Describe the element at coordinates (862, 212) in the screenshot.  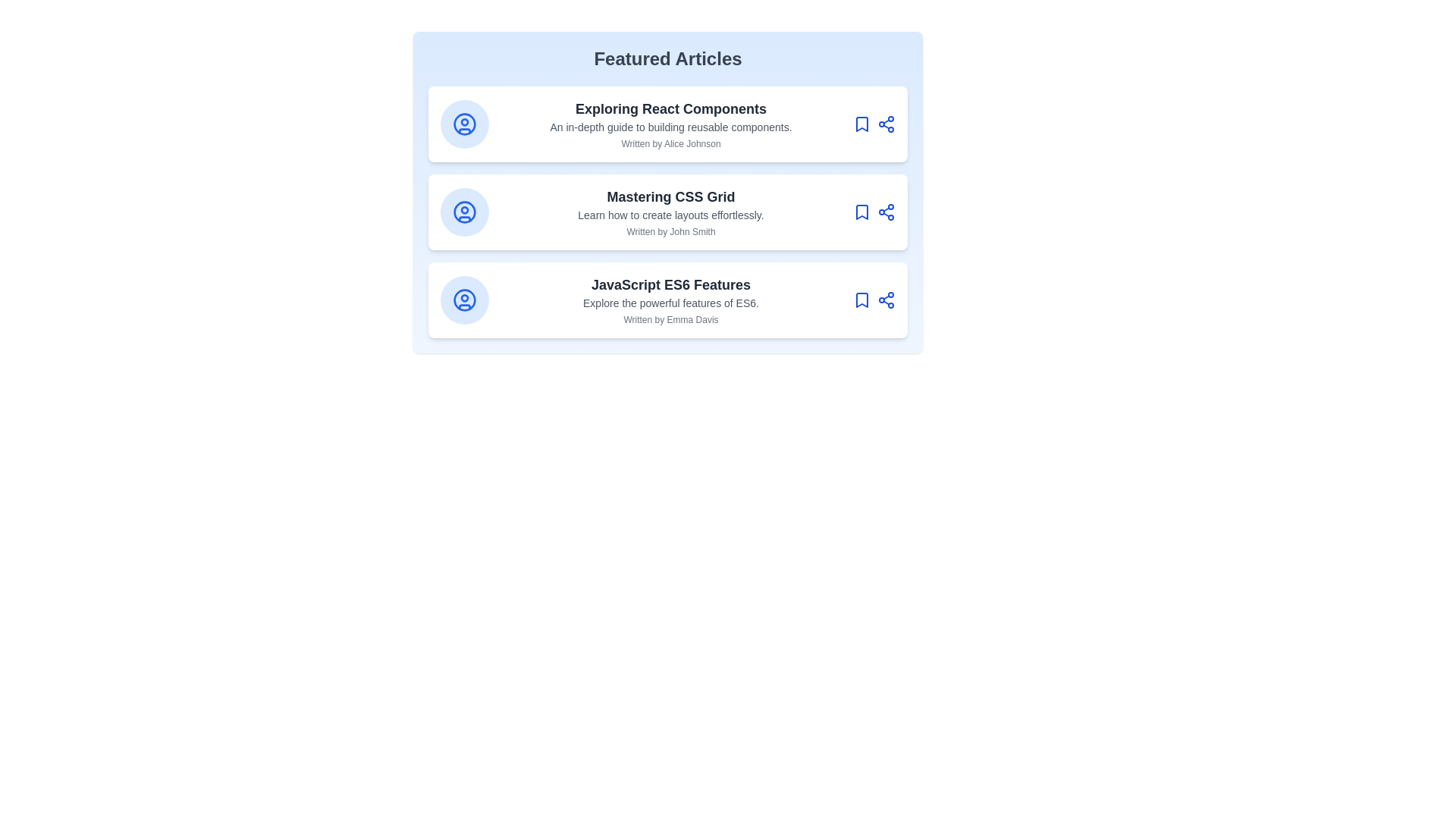
I see `the bookmark icon of the article card titled 'Mastering CSS Grid'` at that location.